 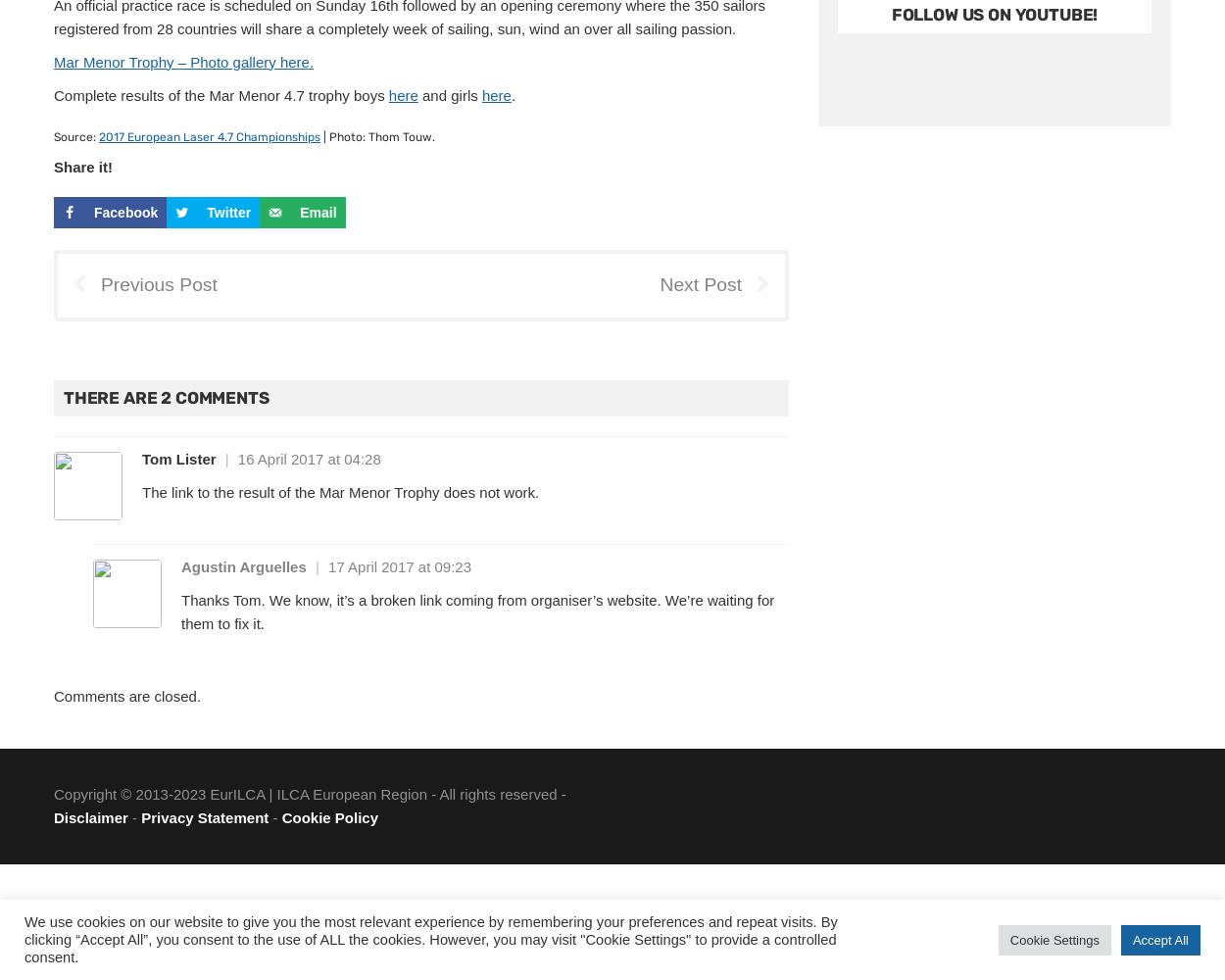 What do you see at coordinates (309, 794) in the screenshot?
I see `'Copyright © 2013-2023 EurILCA | ILCA European Region - All rights reserved -'` at bounding box center [309, 794].